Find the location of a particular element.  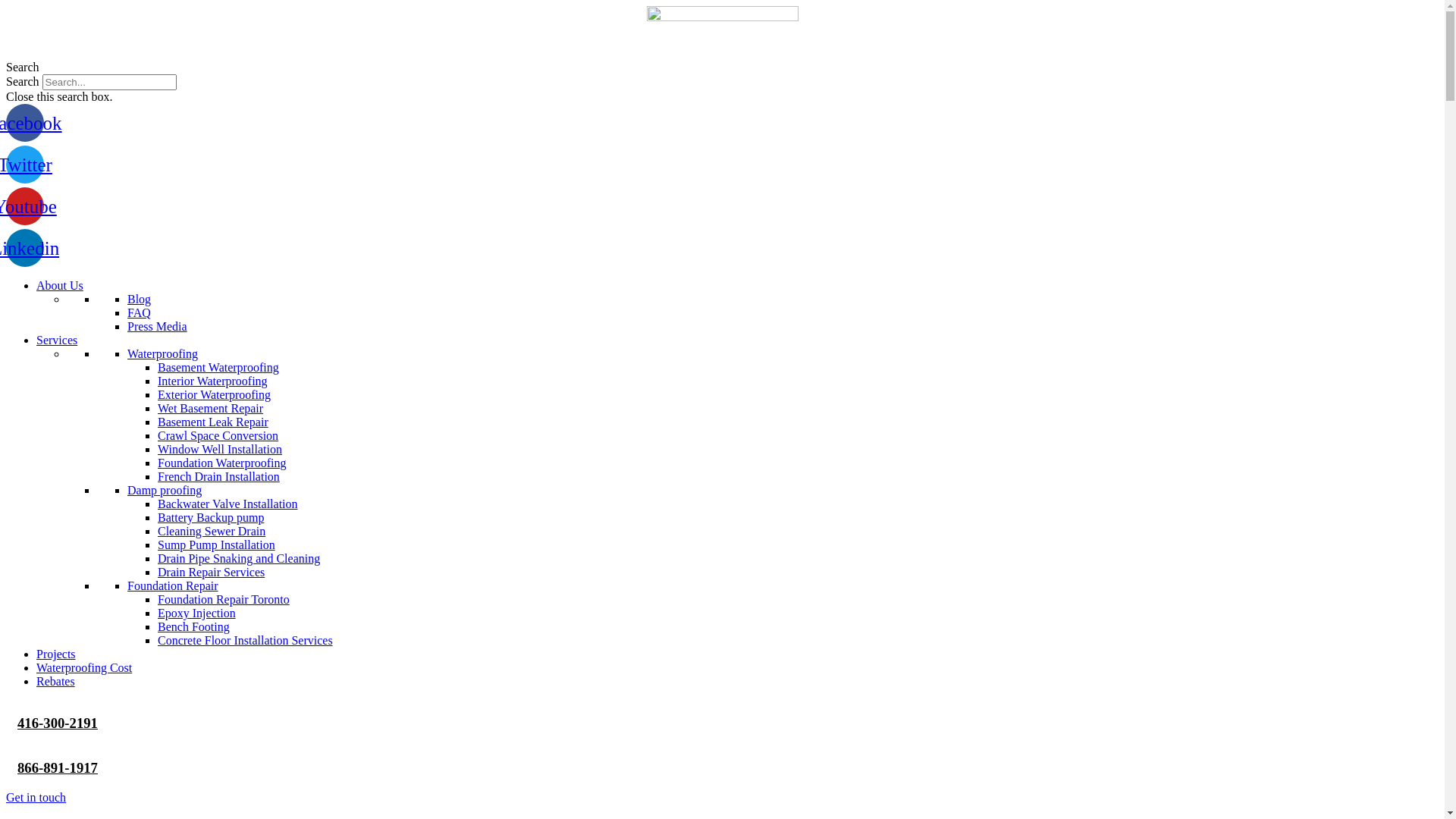

'Concrete Floor Installation Services' is located at coordinates (245, 640).